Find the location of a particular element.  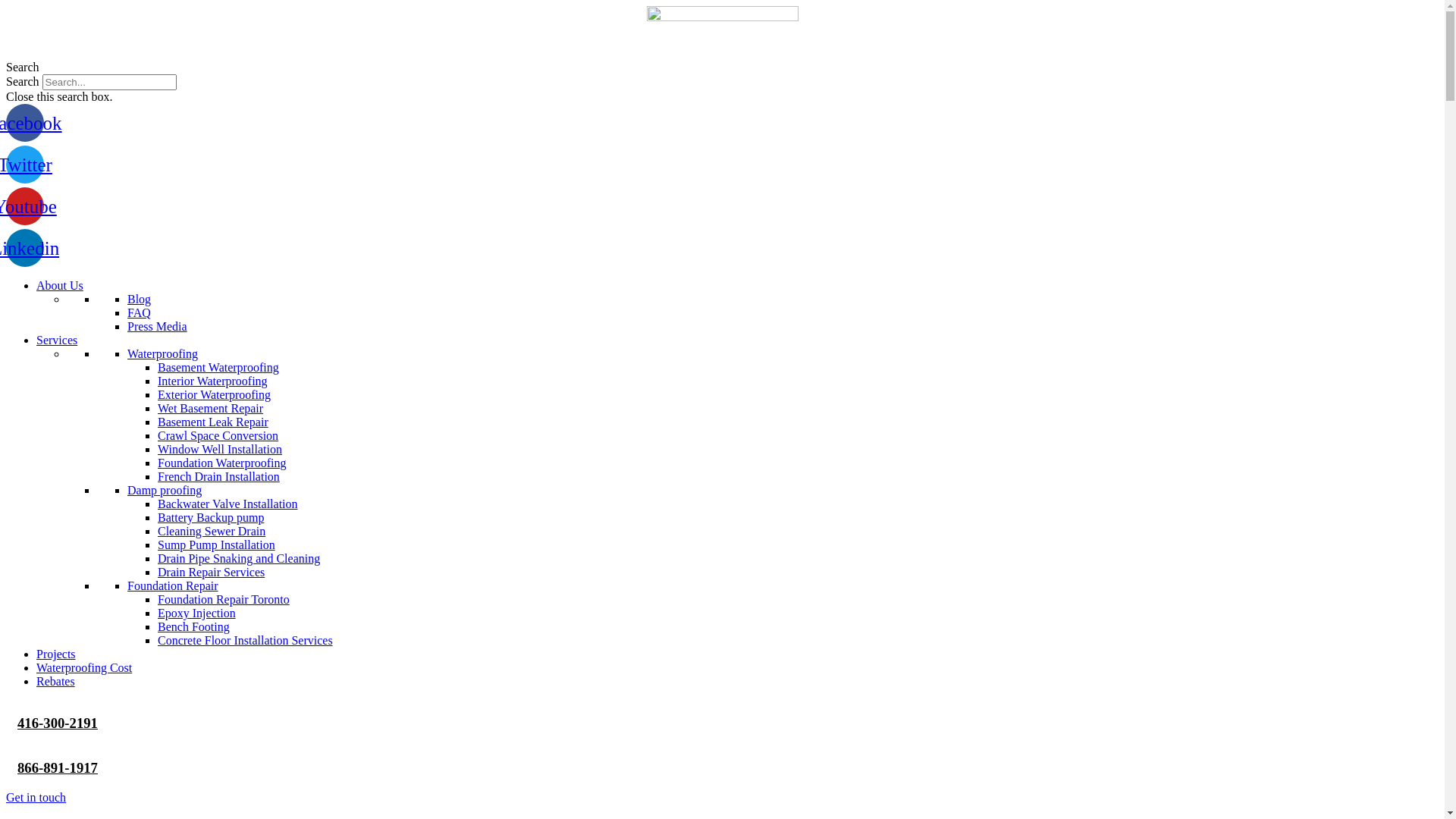

'Concrete Floor Installation Services' is located at coordinates (245, 640).